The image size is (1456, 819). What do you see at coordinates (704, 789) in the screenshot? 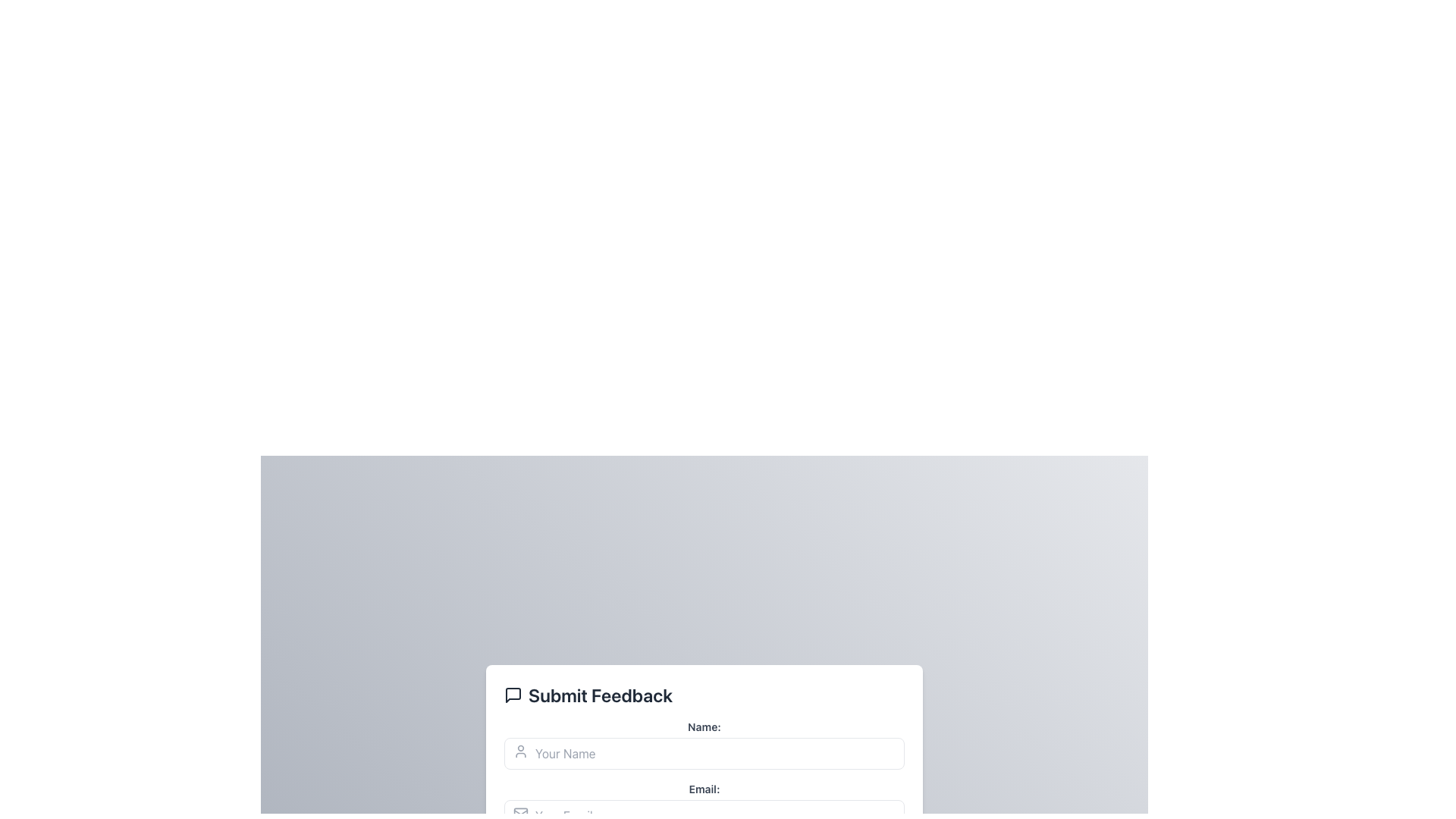
I see `label displaying 'Email:' which is styled in gray color and positioned above the email input field in the 'Submit Feedback' form section` at bounding box center [704, 789].